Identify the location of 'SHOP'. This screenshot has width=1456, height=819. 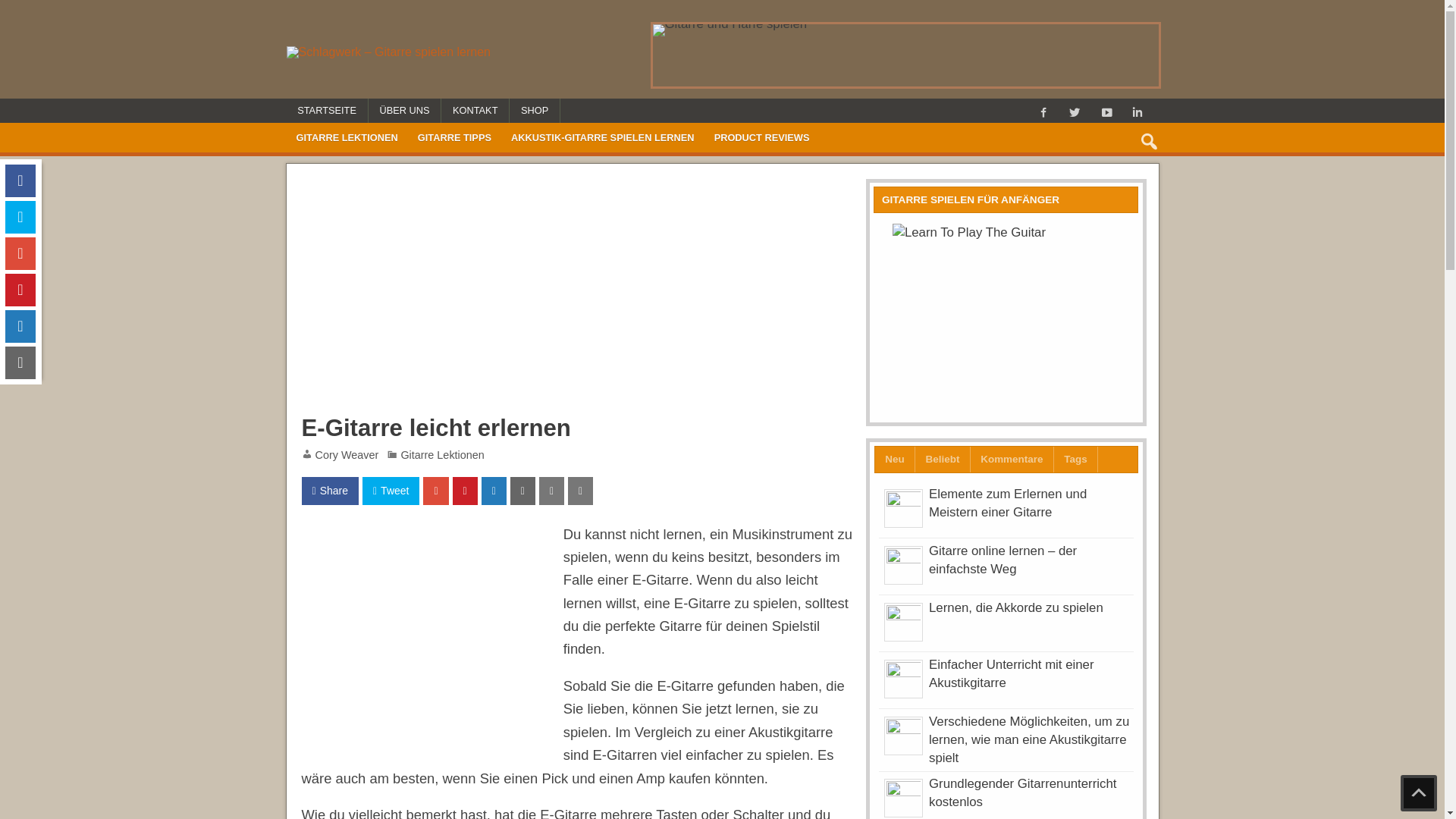
(535, 110).